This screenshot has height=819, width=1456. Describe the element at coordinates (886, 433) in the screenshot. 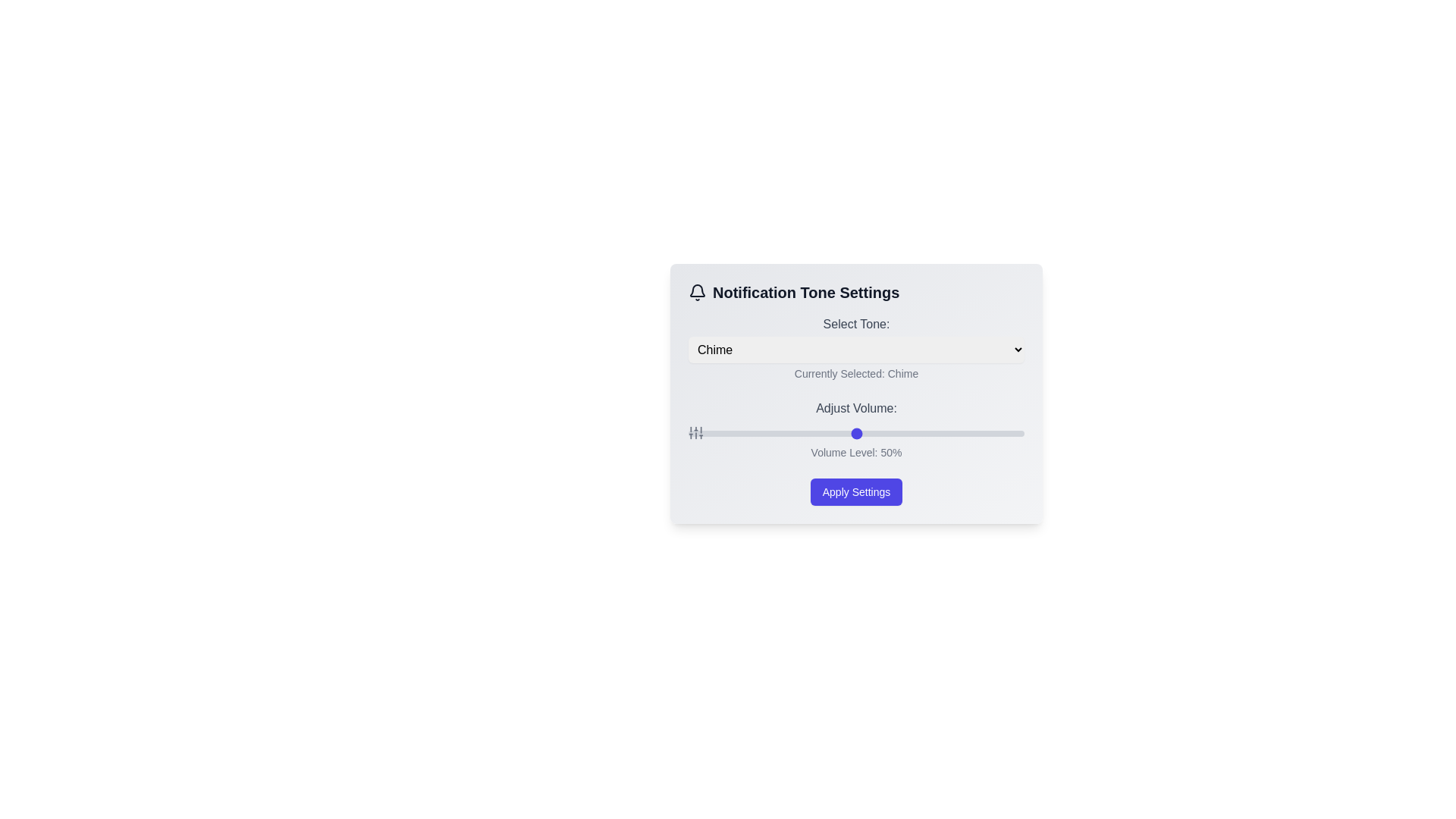

I see `the volume` at that location.